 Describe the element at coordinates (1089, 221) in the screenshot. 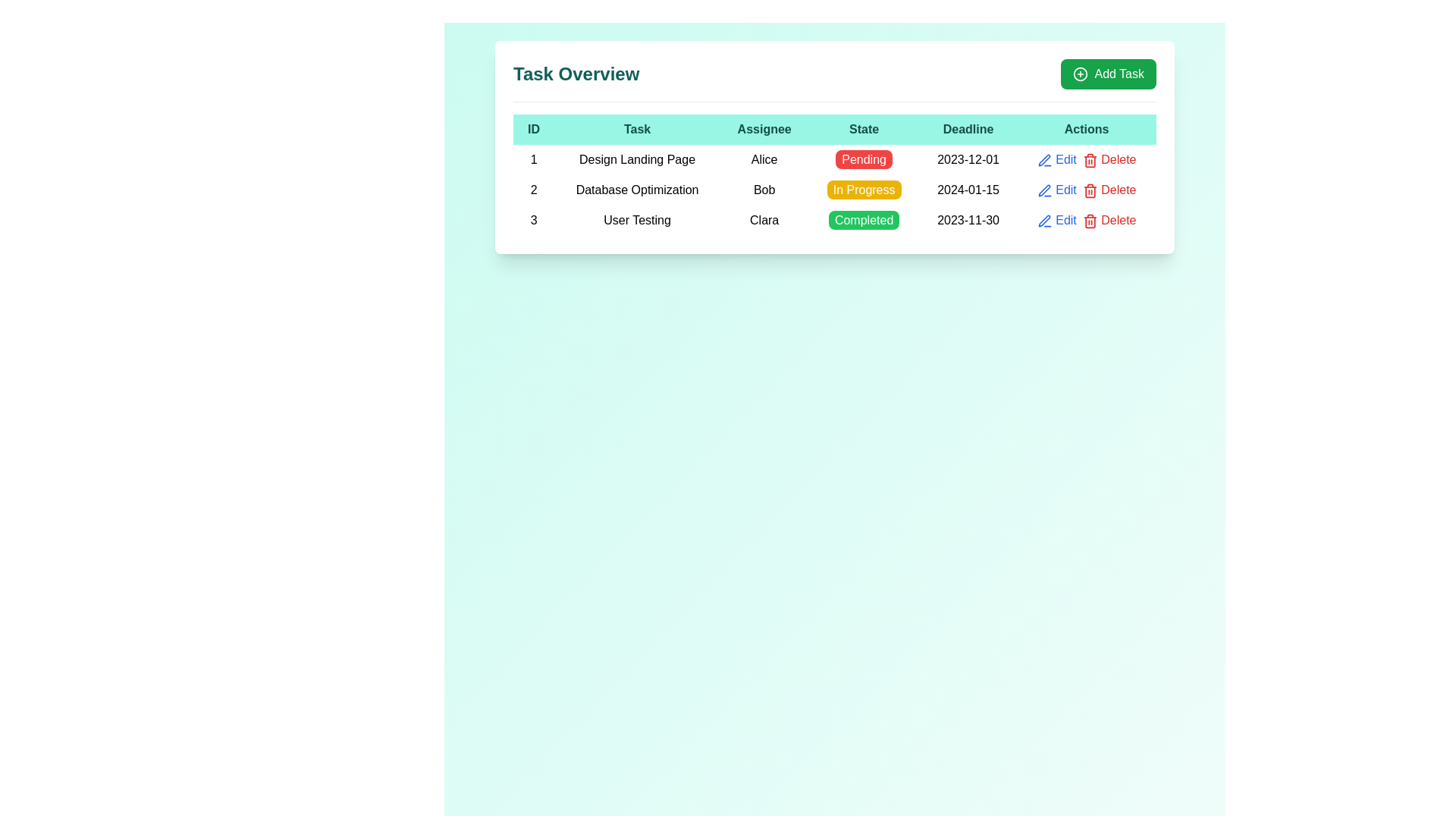

I see `the delete button located in the 'Actions' column of the third row in the table, positioned to the right of the blue-colored 'Edit' text link` at that location.